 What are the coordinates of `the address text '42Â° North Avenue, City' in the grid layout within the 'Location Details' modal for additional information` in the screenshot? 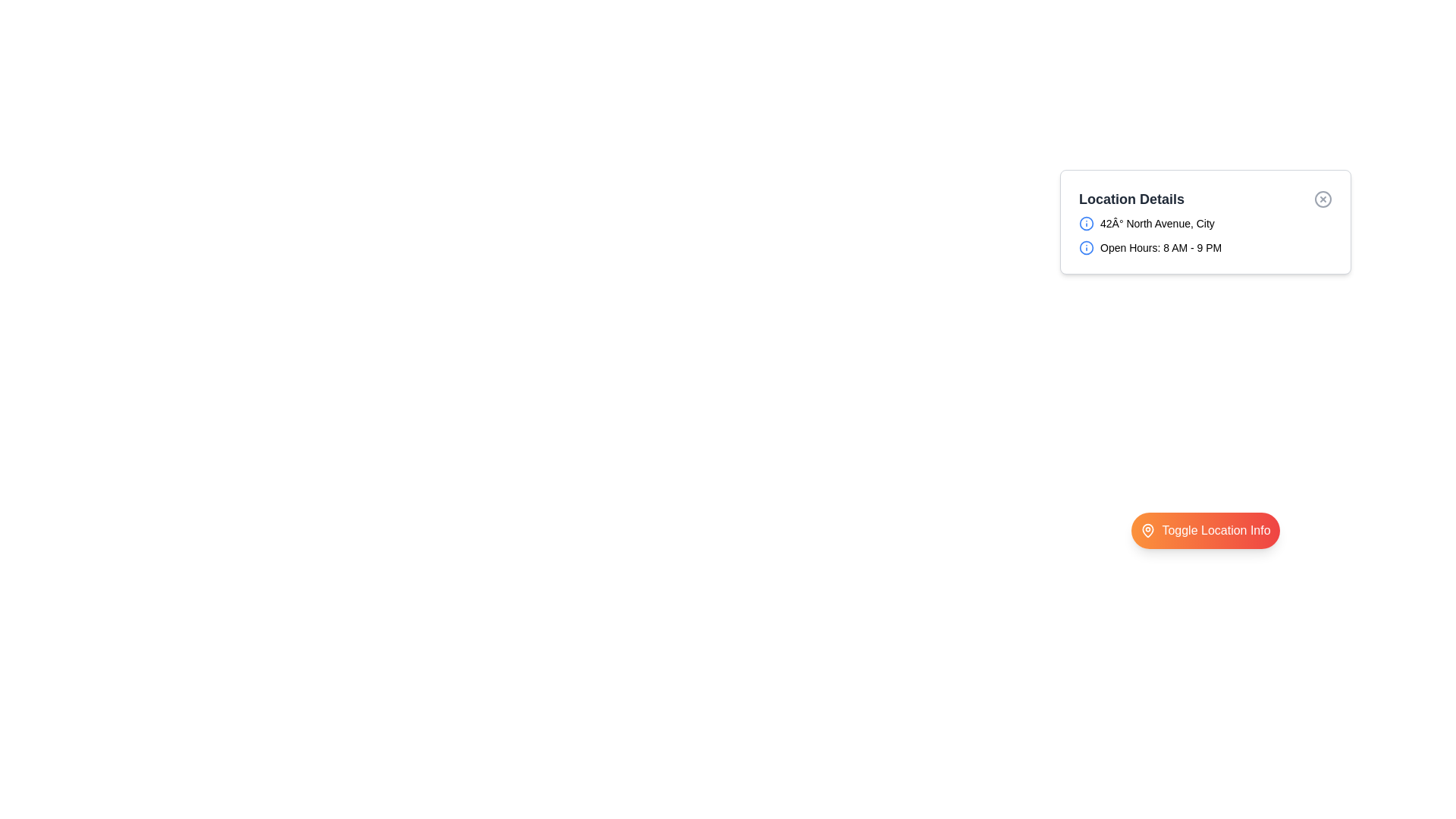 It's located at (1204, 236).